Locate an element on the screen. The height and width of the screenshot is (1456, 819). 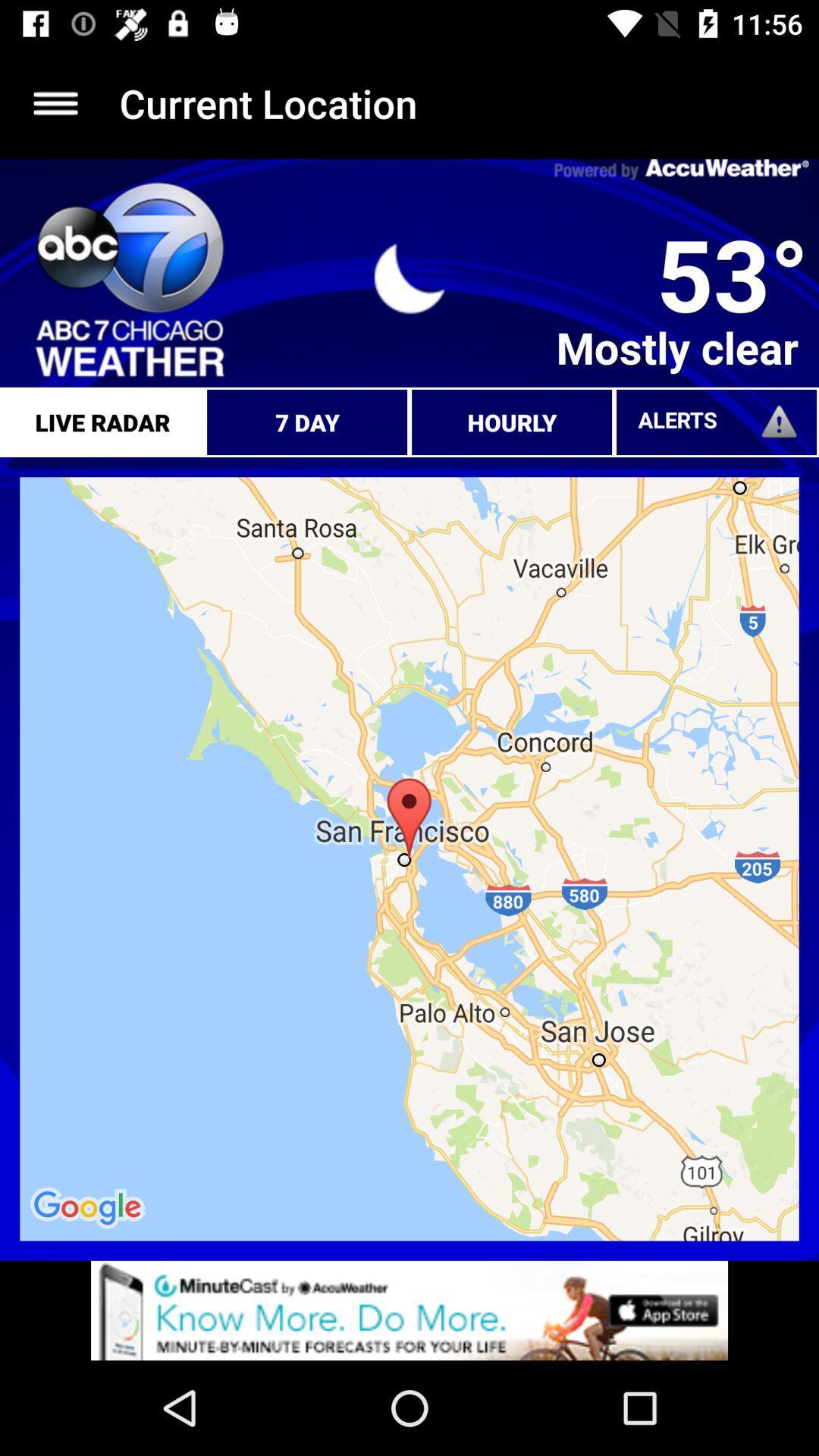
the menu icon is located at coordinates (55, 102).